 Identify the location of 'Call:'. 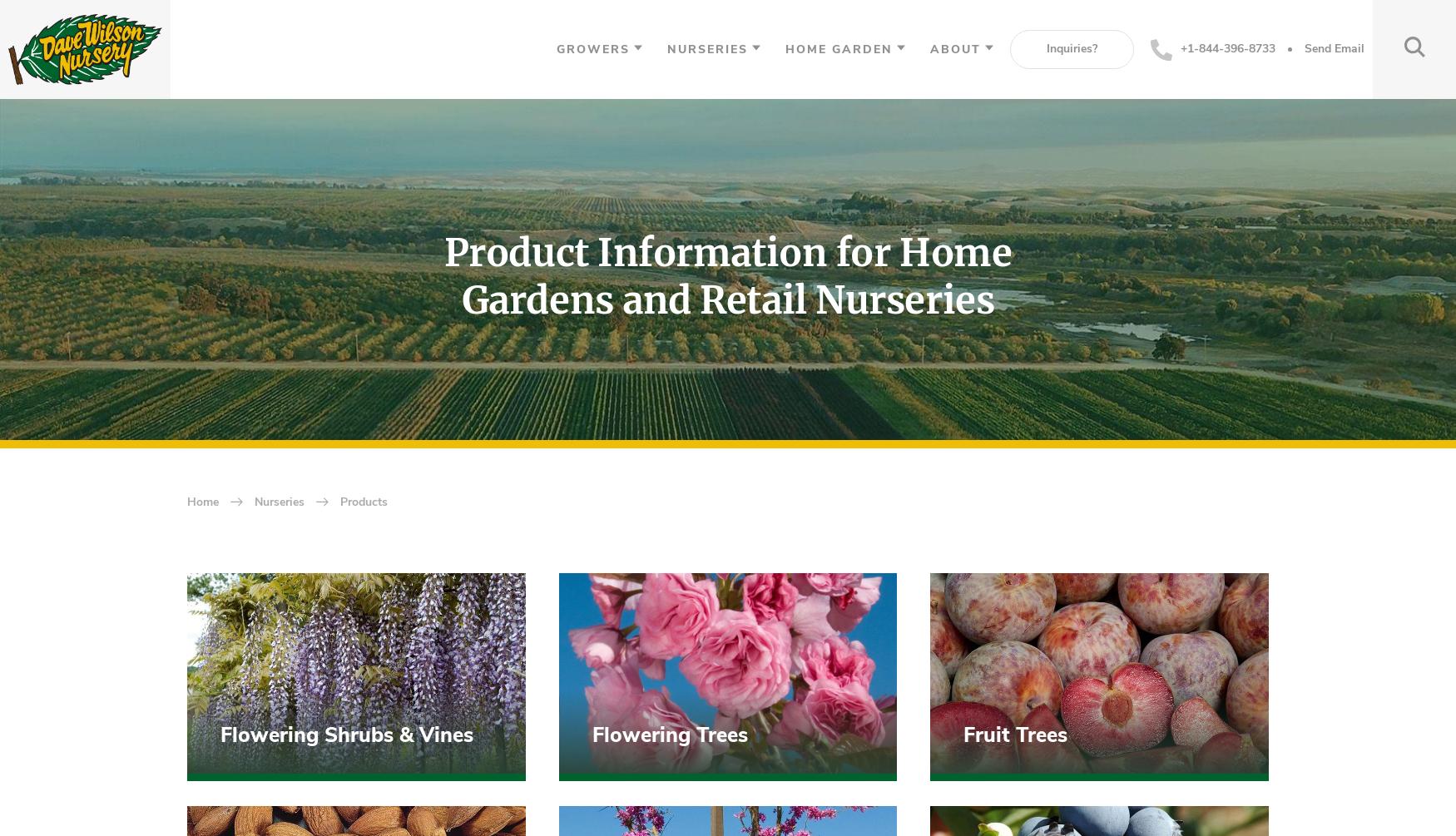
(211, 740).